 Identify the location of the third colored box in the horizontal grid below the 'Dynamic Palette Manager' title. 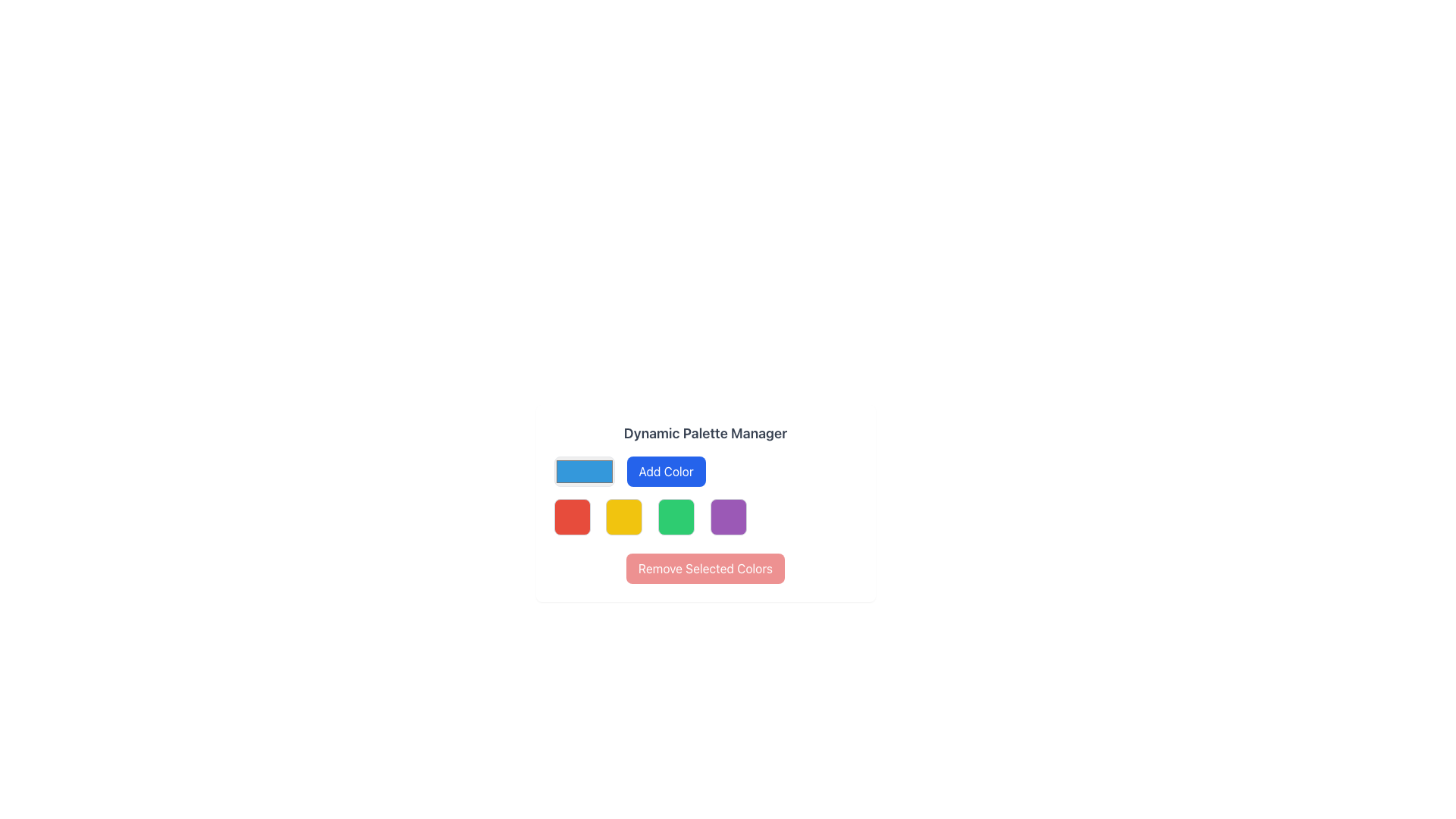
(675, 516).